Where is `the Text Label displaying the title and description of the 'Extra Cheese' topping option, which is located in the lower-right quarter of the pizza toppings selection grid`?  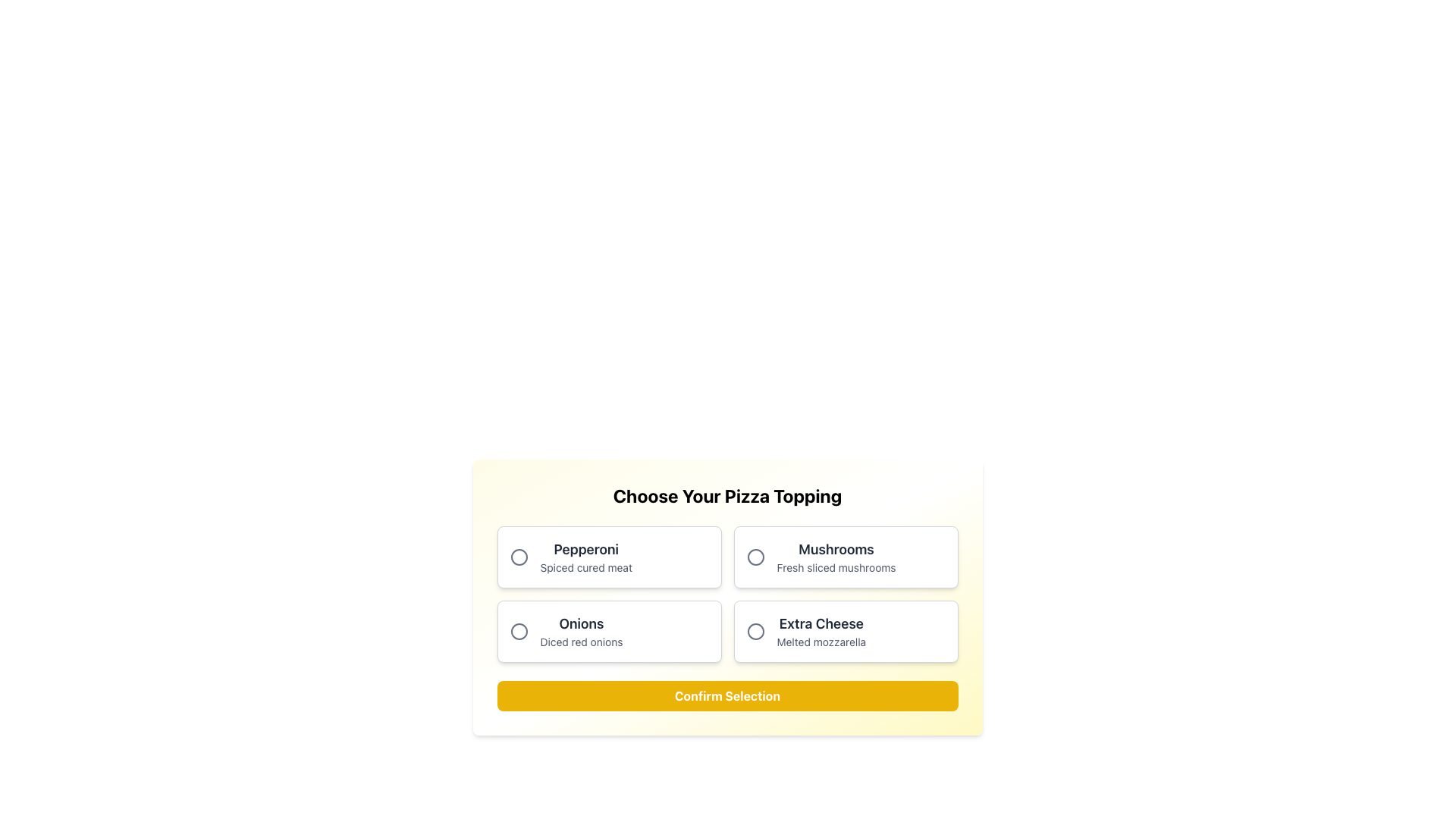
the Text Label displaying the title and description of the 'Extra Cheese' topping option, which is located in the lower-right quarter of the pizza toppings selection grid is located at coordinates (821, 632).